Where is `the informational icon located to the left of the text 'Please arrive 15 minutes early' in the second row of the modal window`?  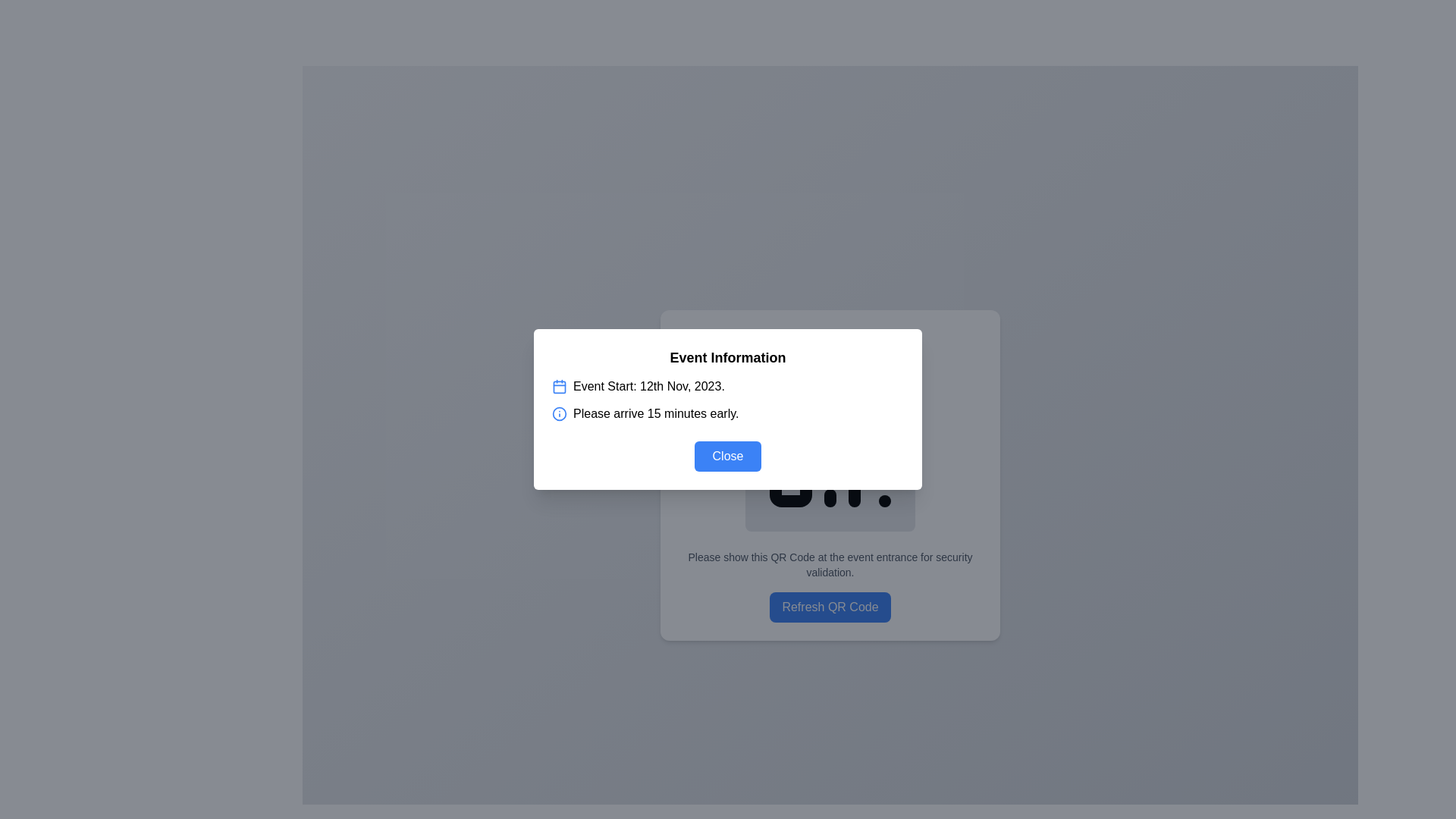 the informational icon located to the left of the text 'Please arrive 15 minutes early' in the second row of the modal window is located at coordinates (559, 414).